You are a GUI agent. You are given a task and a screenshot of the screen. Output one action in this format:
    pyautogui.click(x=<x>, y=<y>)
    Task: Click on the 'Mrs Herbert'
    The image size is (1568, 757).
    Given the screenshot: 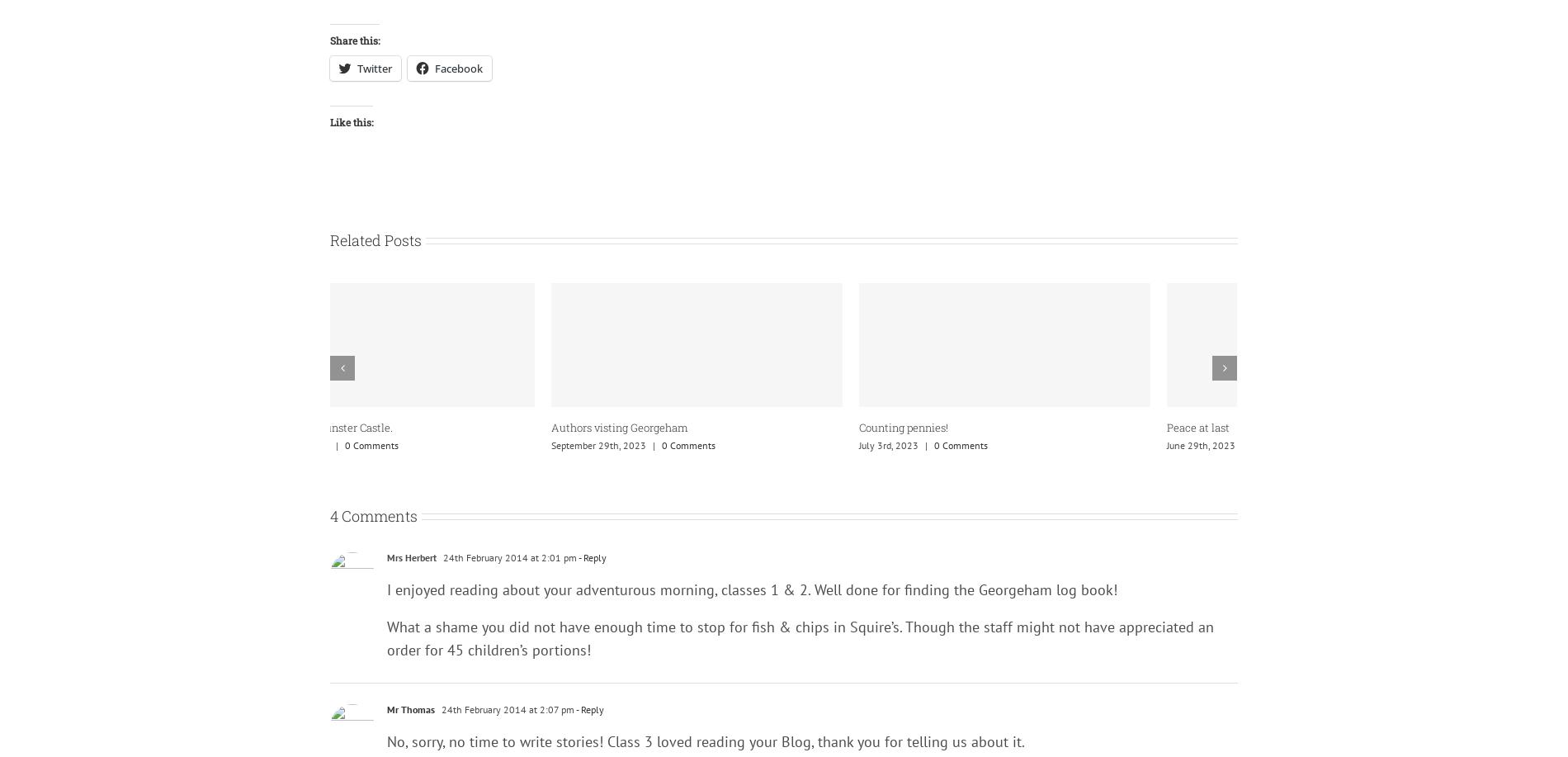 What is the action you would take?
    pyautogui.click(x=411, y=556)
    